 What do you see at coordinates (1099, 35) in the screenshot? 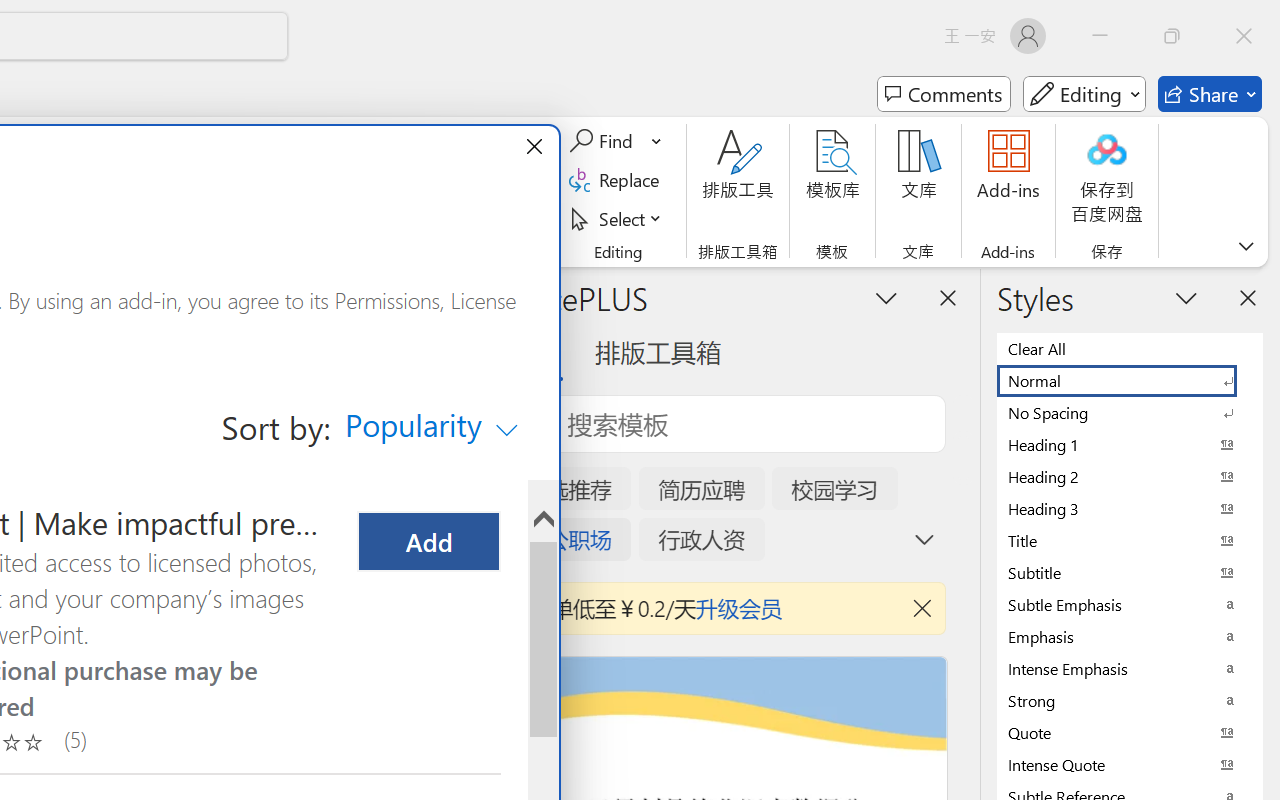
I see `'Minimize'` at bounding box center [1099, 35].